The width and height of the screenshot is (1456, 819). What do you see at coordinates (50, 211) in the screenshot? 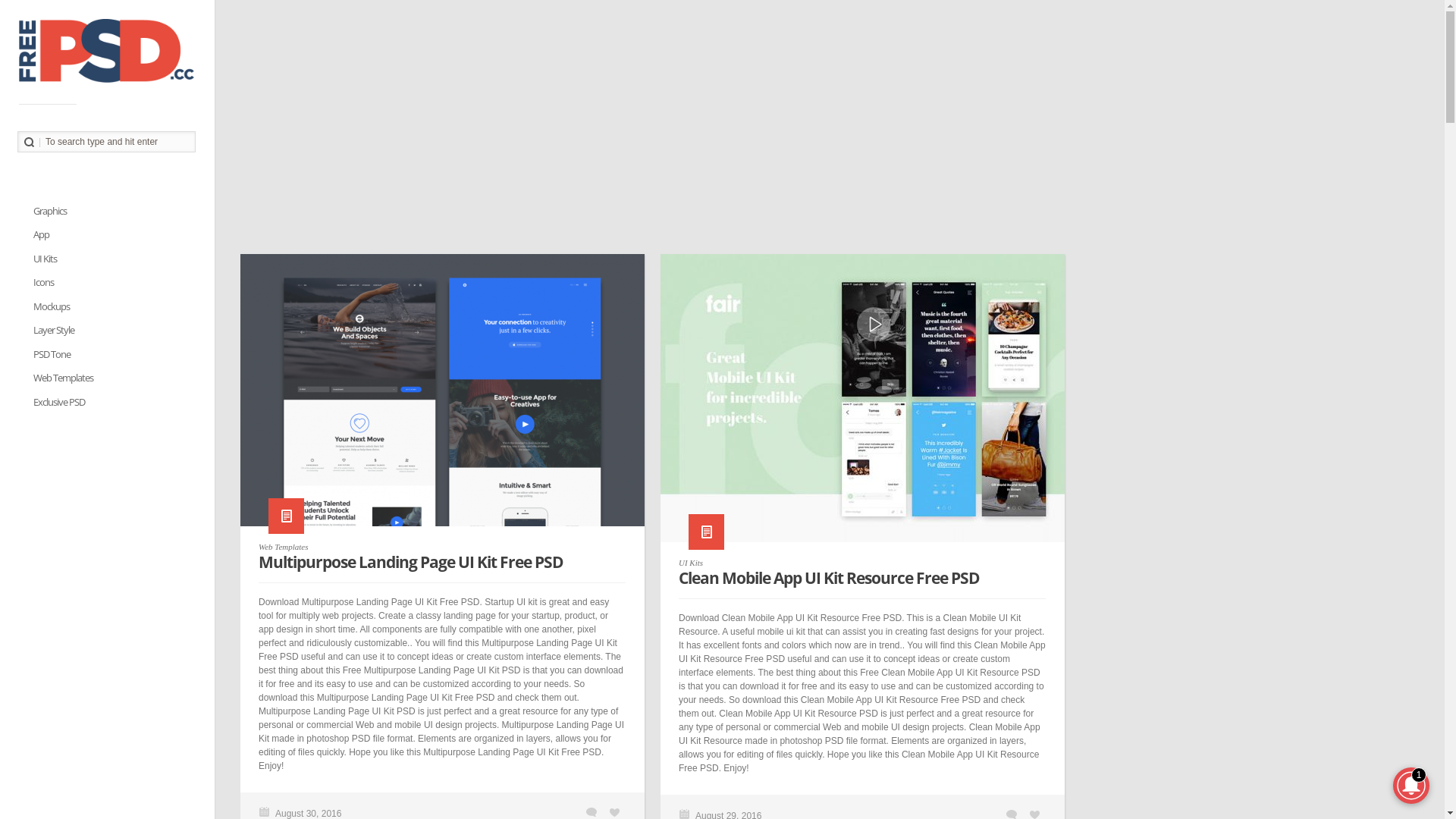
I see `'Graphics'` at bounding box center [50, 211].